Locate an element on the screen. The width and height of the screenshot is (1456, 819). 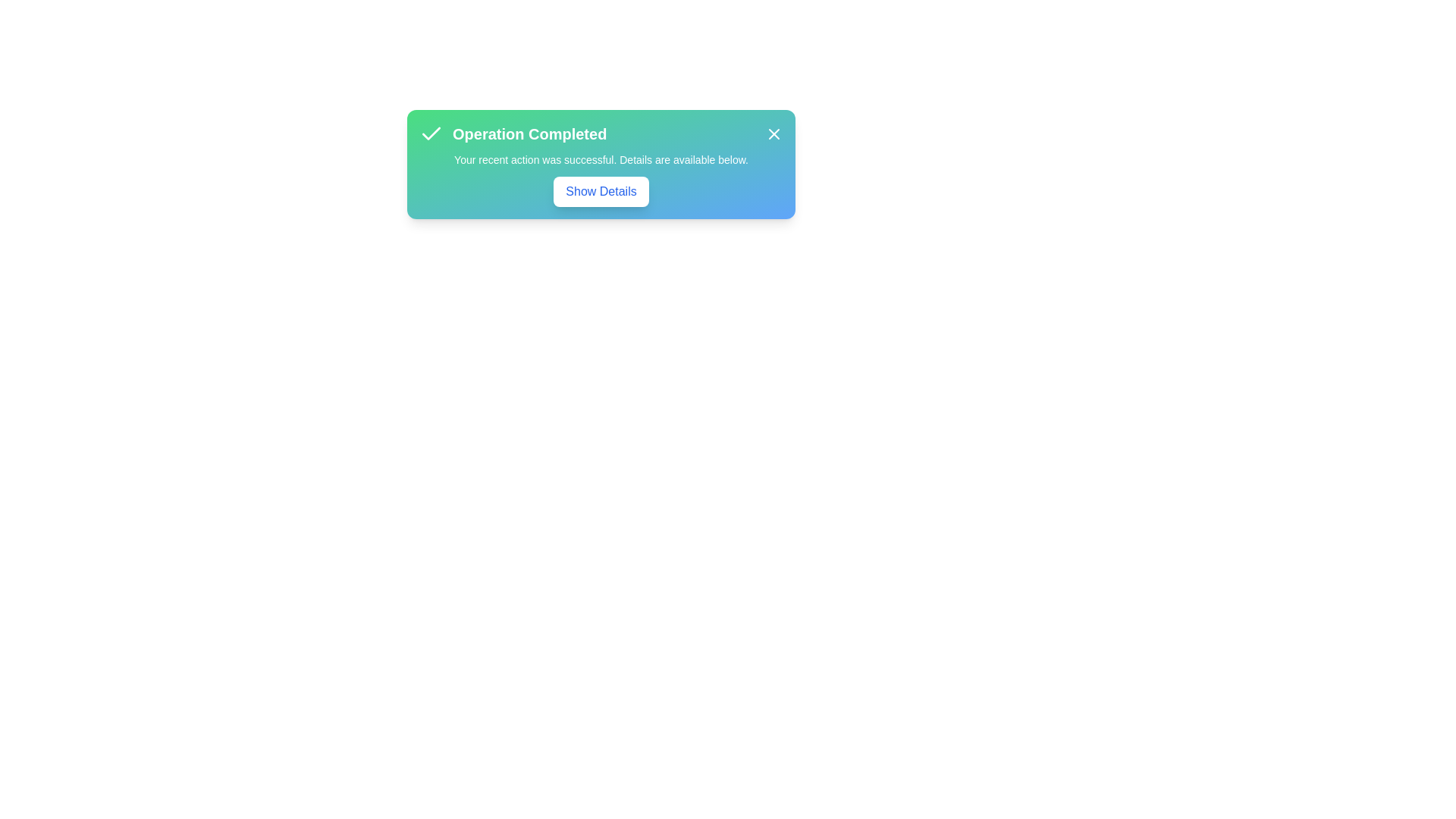
the close button to close the alert is located at coordinates (774, 133).